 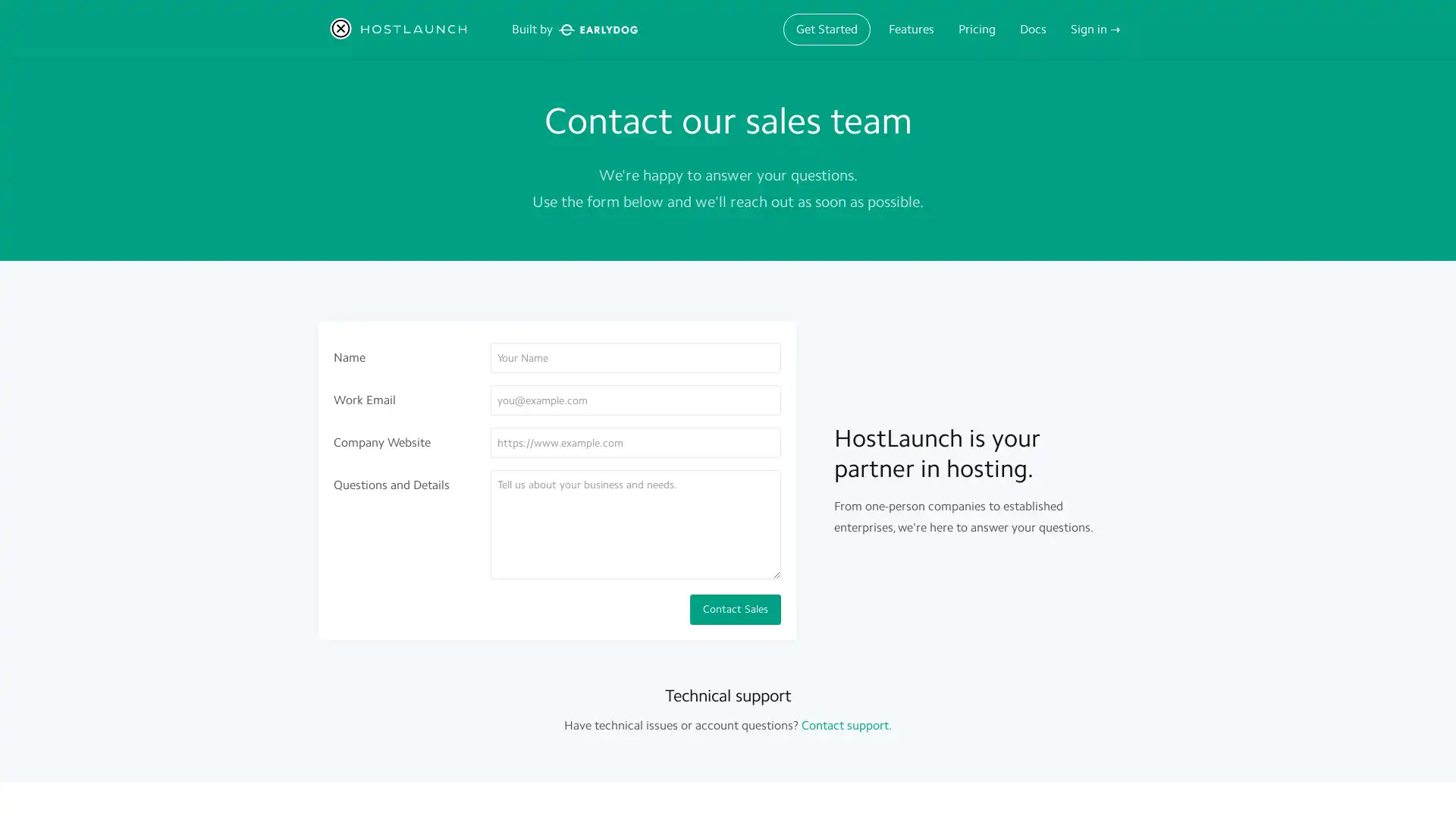 What do you see at coordinates (1095, 29) in the screenshot?
I see `Sign in` at bounding box center [1095, 29].